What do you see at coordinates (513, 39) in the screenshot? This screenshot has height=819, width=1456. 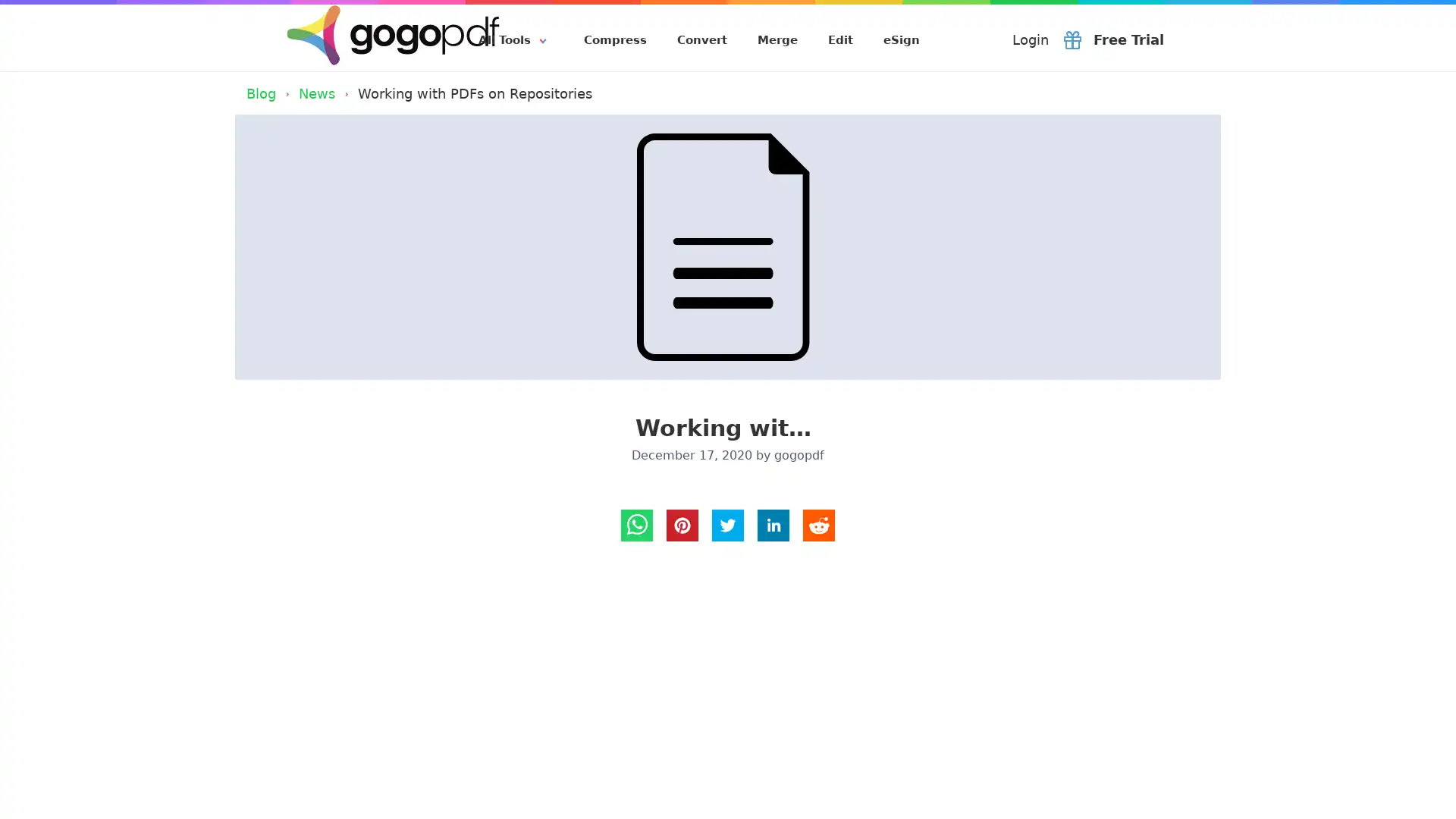 I see `All Tools` at bounding box center [513, 39].